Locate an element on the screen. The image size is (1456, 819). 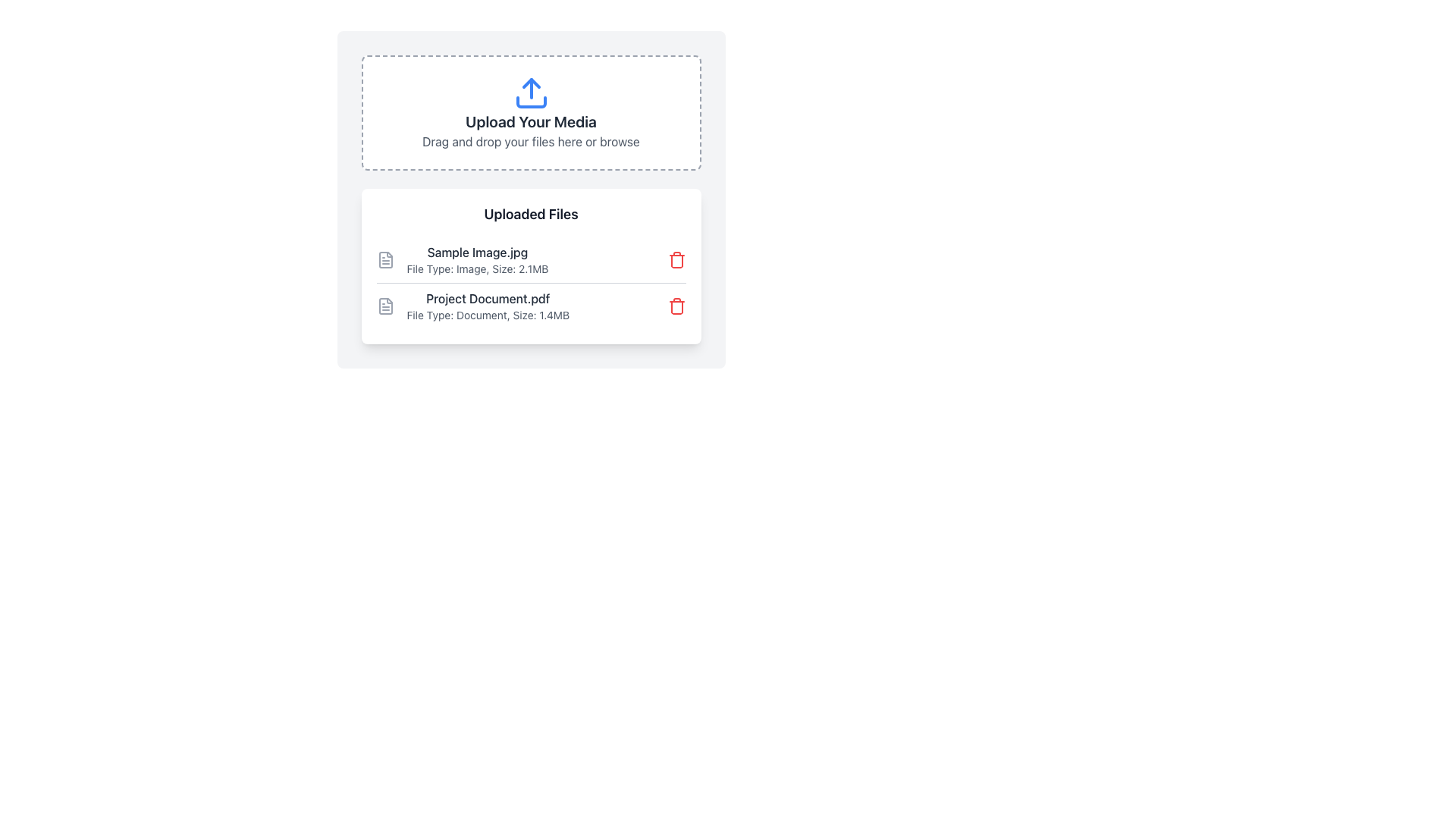
text from the file entry labeled 'Sample Image.jpg' which is displayed in bold dark gray text along with its metadata 'File Type: Image, Size: 2.1MB' is located at coordinates (476, 259).